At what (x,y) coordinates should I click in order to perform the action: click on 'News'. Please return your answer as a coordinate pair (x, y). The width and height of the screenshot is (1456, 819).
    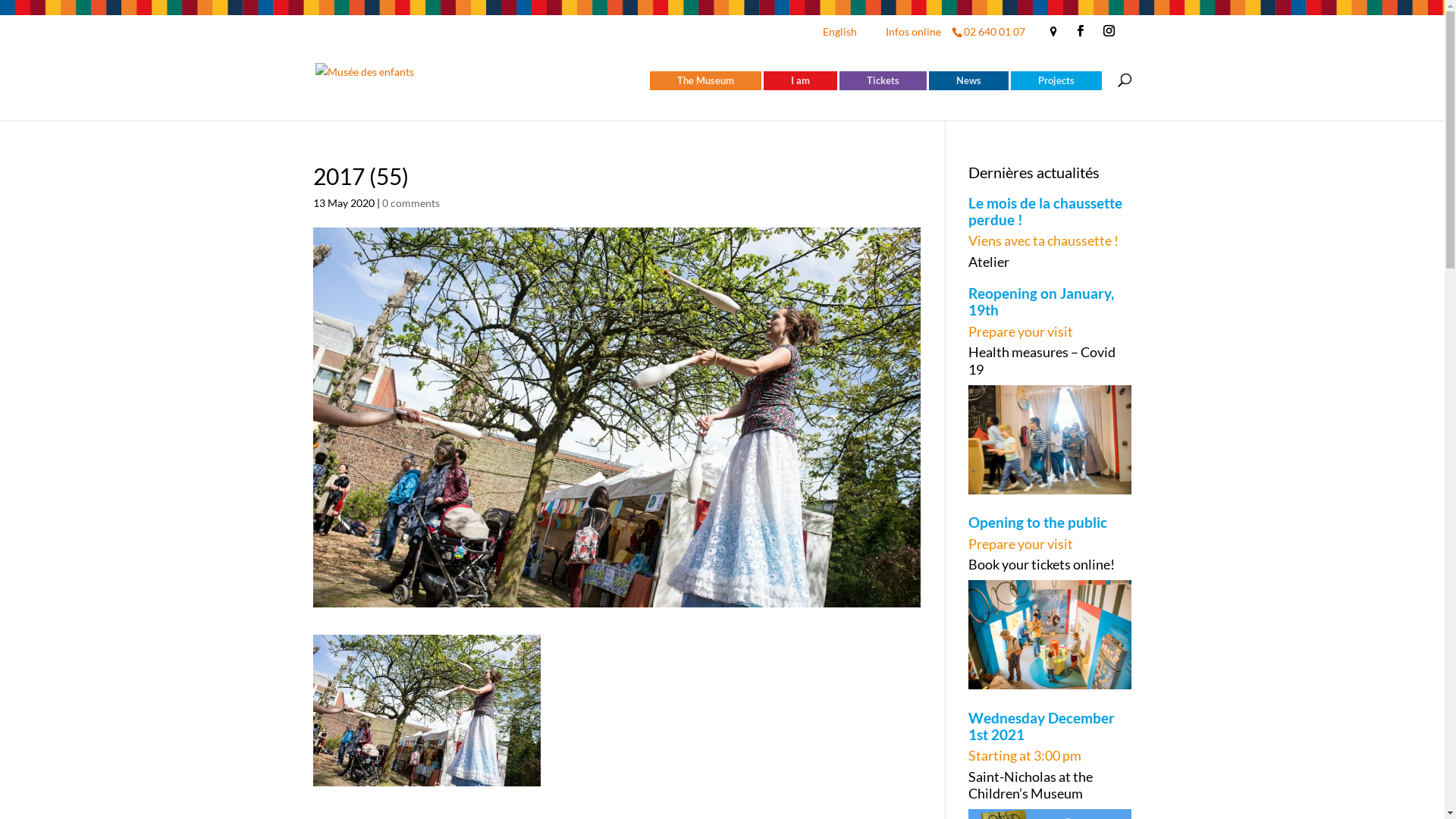
    Looking at the image, I should click on (967, 80).